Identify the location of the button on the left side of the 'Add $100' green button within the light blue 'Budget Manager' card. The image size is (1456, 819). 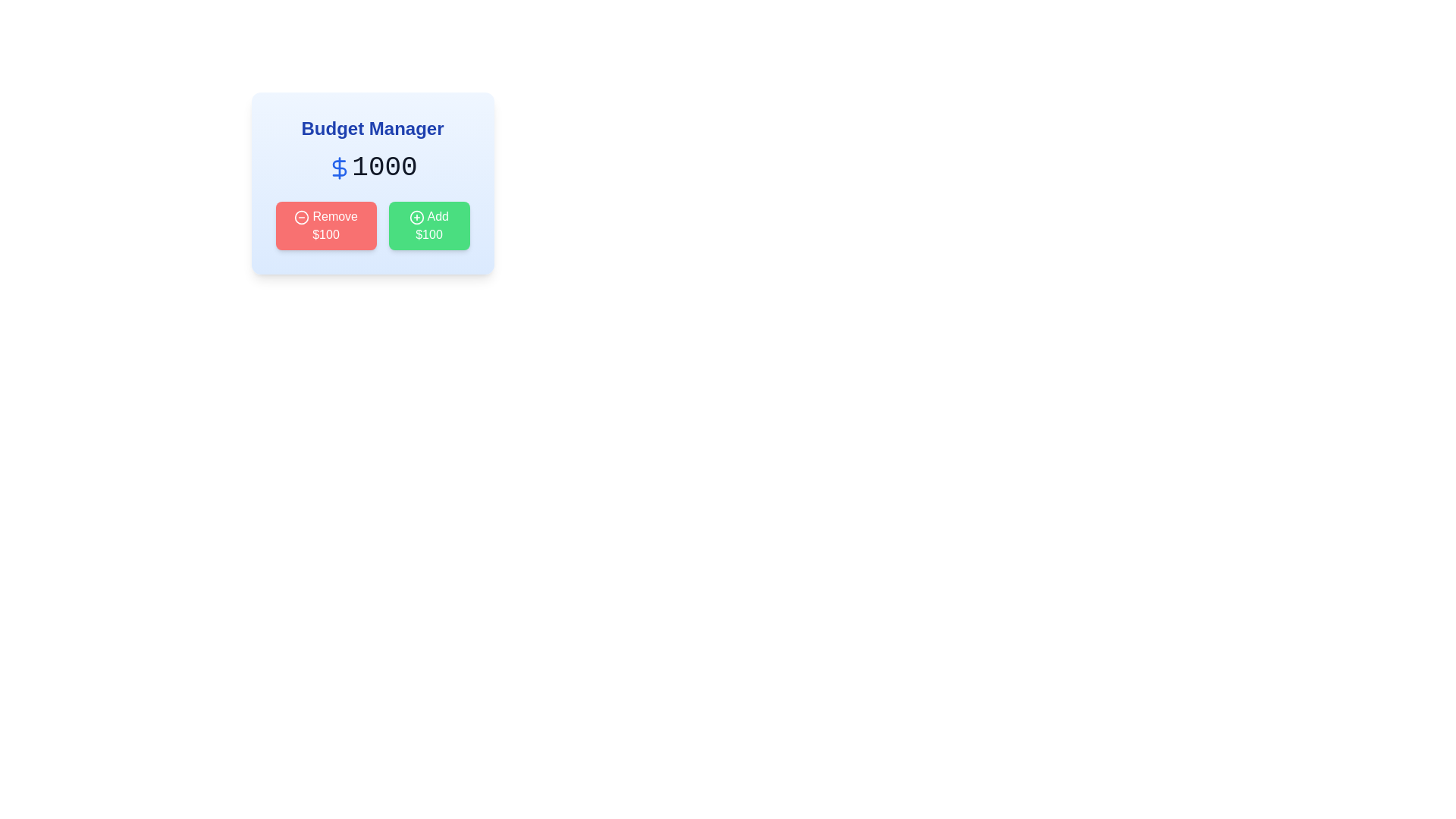
(325, 225).